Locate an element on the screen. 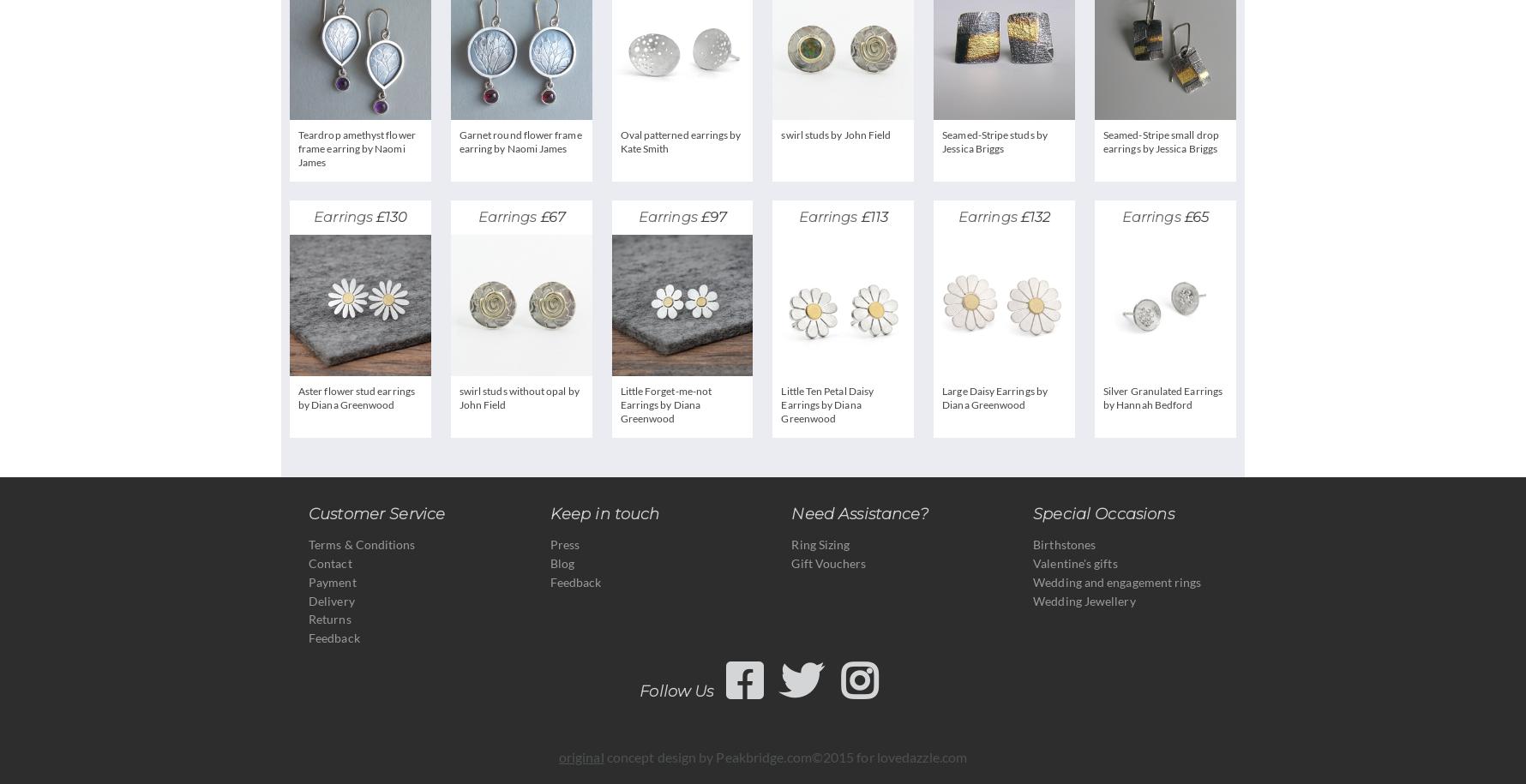  'Follow Us' is located at coordinates (676, 691).